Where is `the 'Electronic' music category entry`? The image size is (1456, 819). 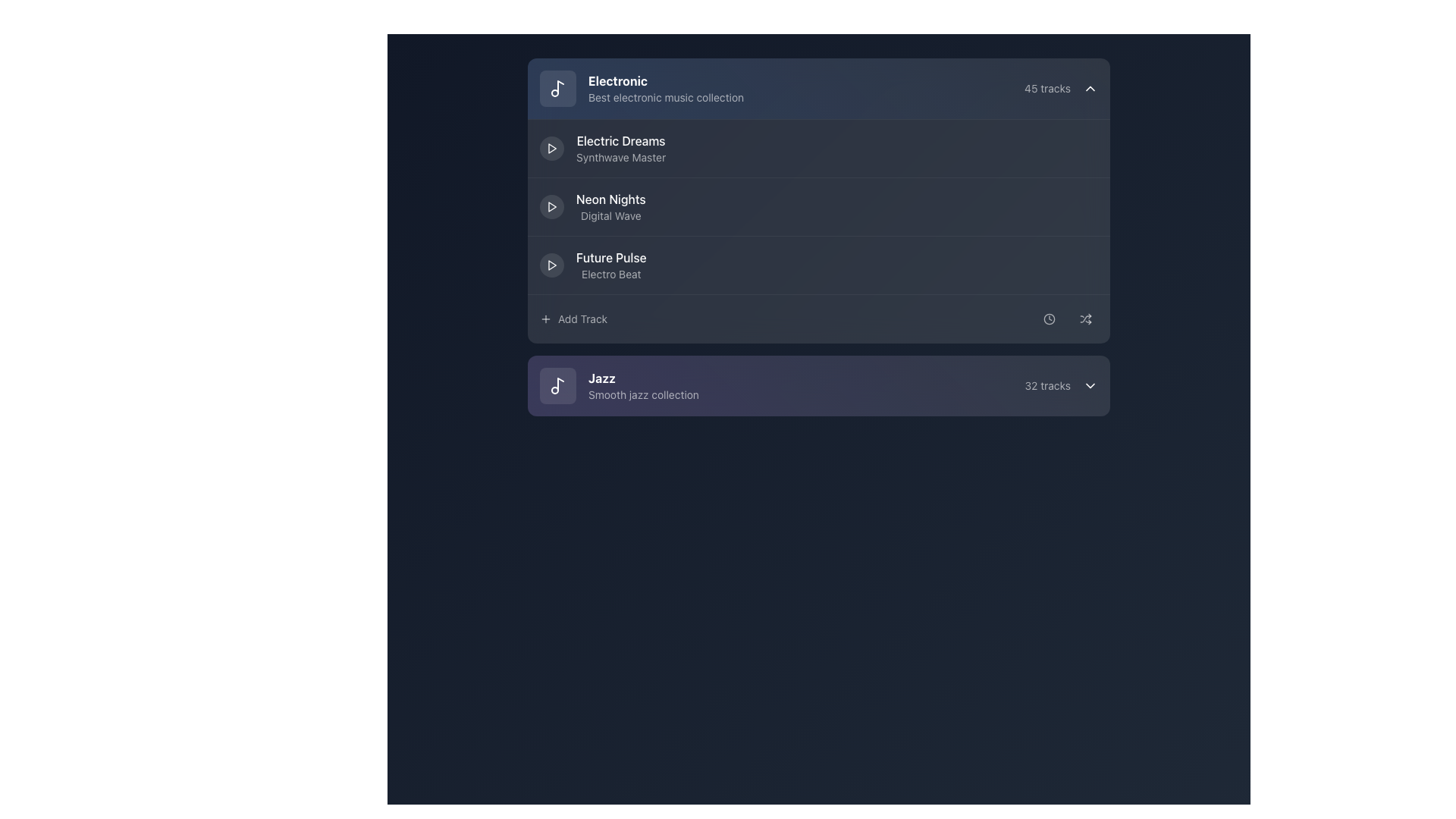
the 'Electronic' music category entry is located at coordinates (642, 88).